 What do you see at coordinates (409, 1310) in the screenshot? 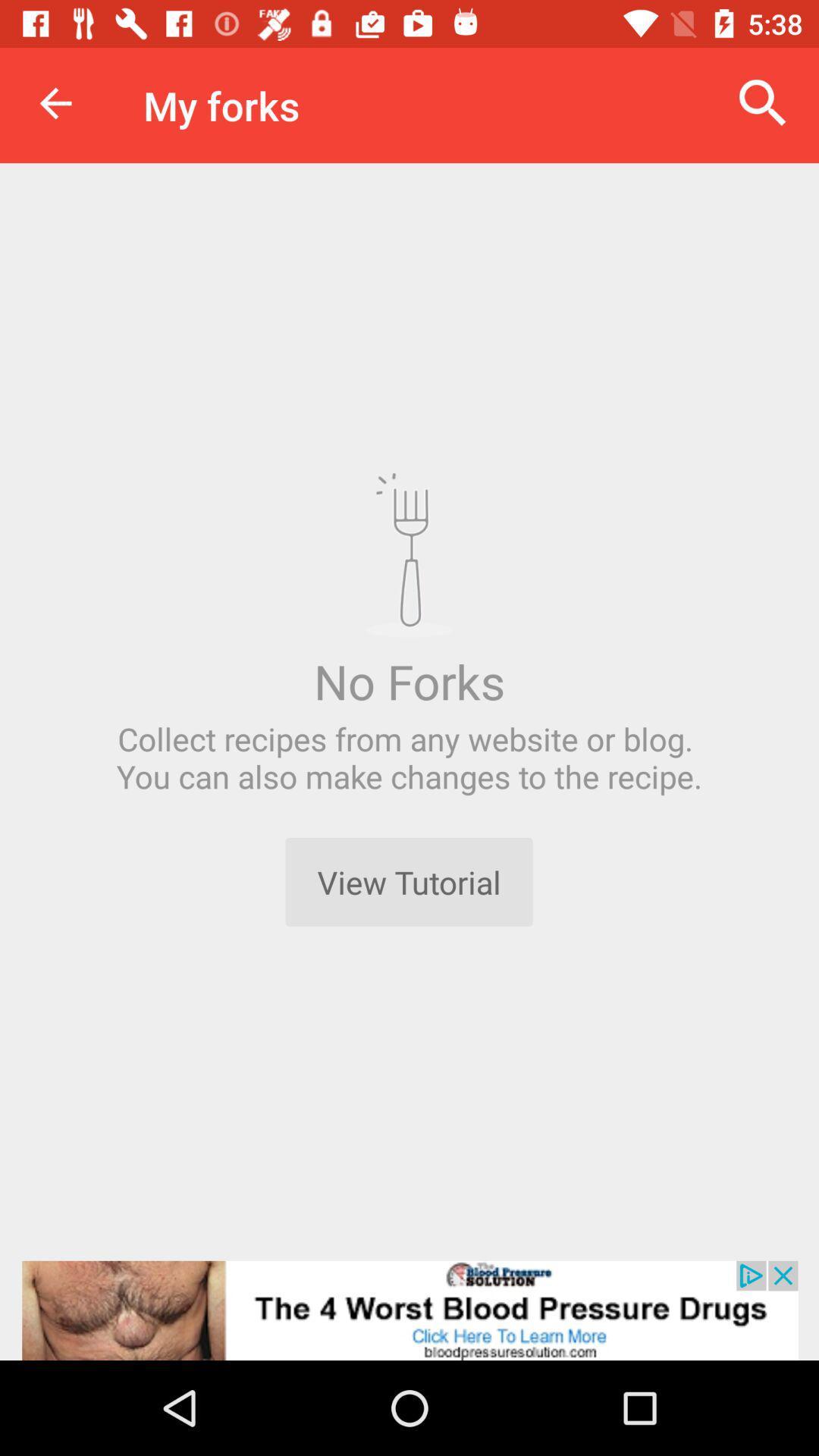
I see `advertisement` at bounding box center [409, 1310].